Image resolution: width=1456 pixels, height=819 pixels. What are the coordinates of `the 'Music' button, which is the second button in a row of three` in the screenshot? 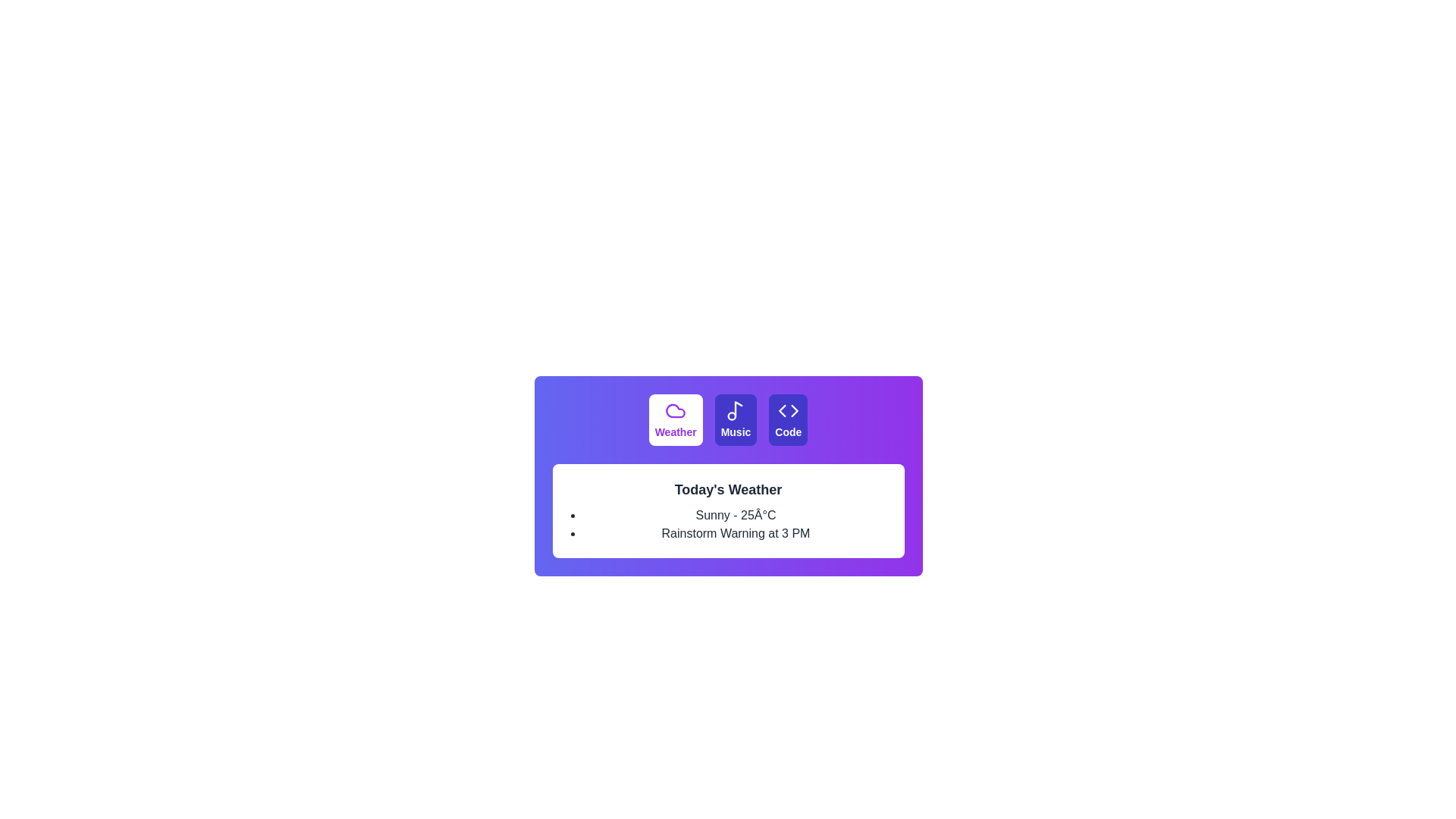 It's located at (736, 420).